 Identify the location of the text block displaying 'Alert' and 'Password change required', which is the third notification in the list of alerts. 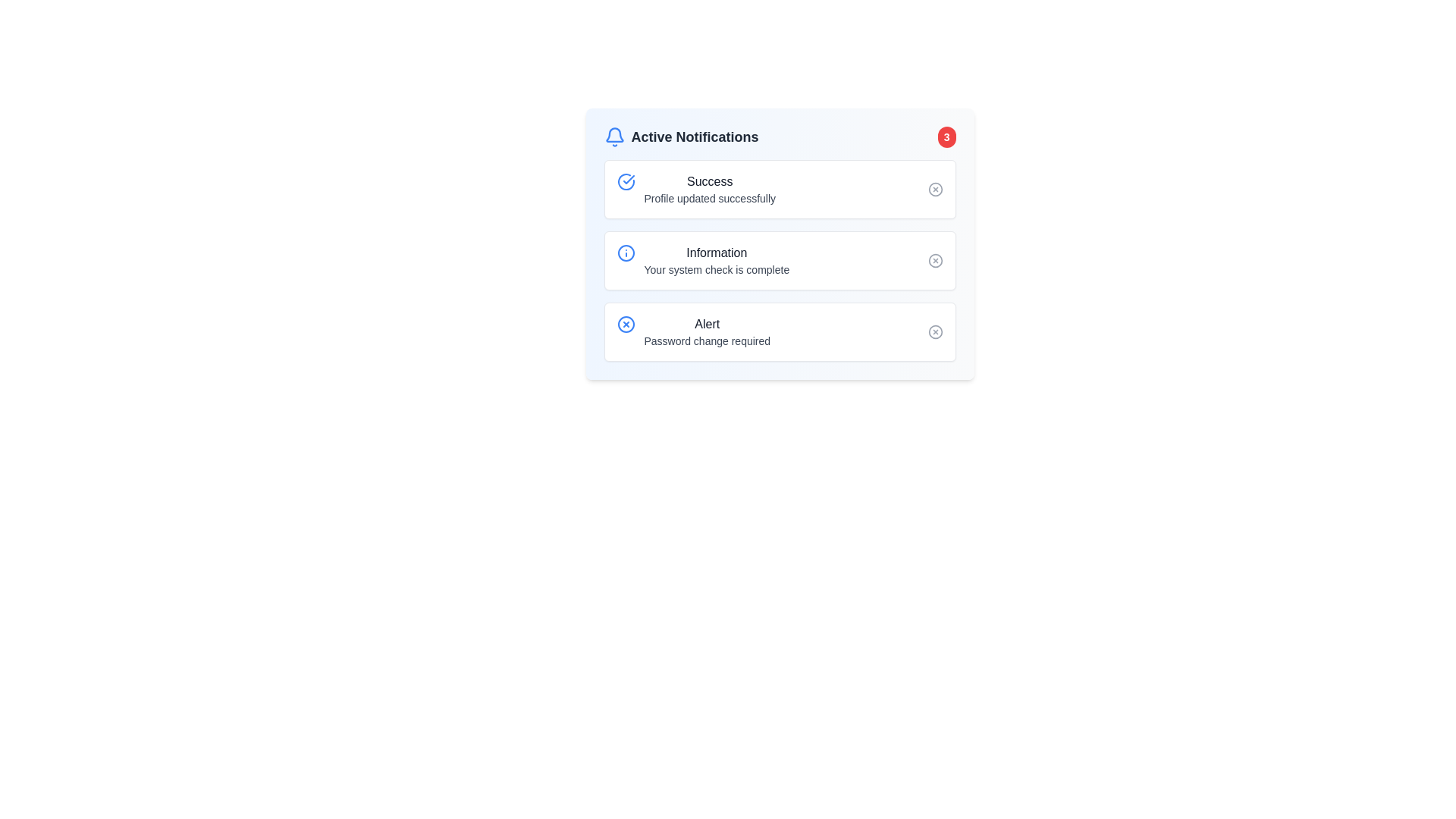
(706, 331).